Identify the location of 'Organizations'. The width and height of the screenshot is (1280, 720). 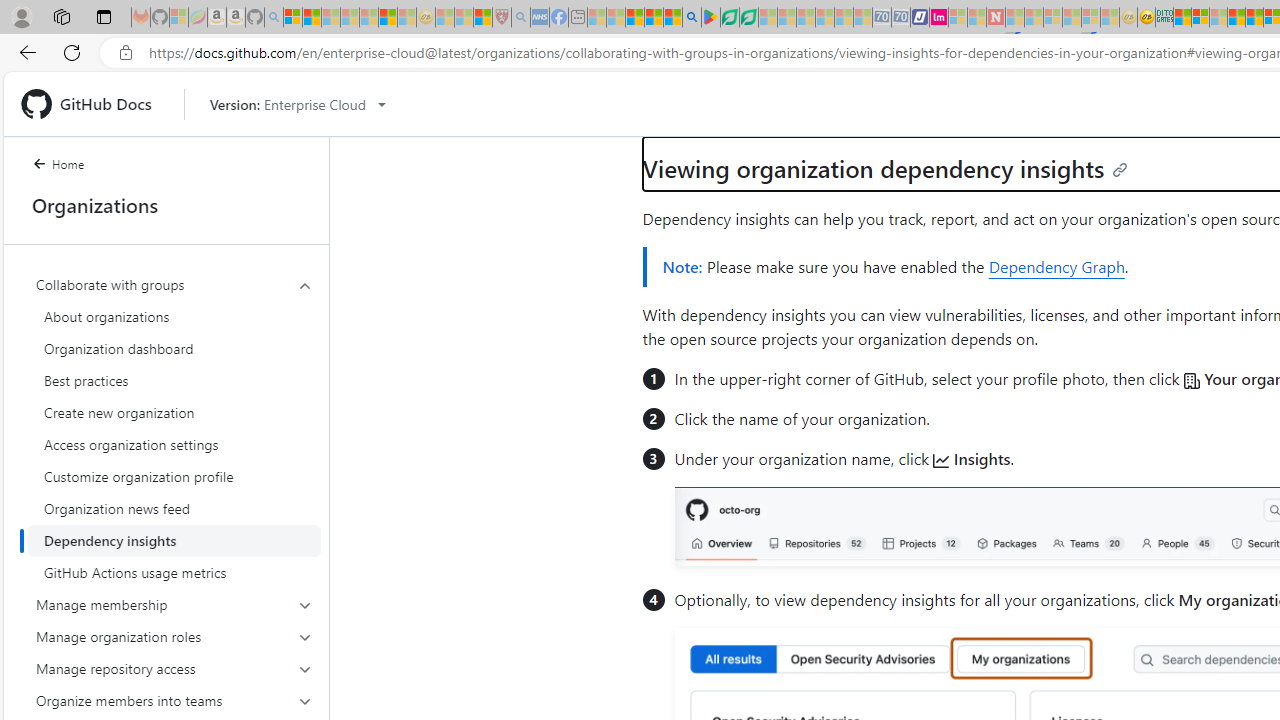
(166, 205).